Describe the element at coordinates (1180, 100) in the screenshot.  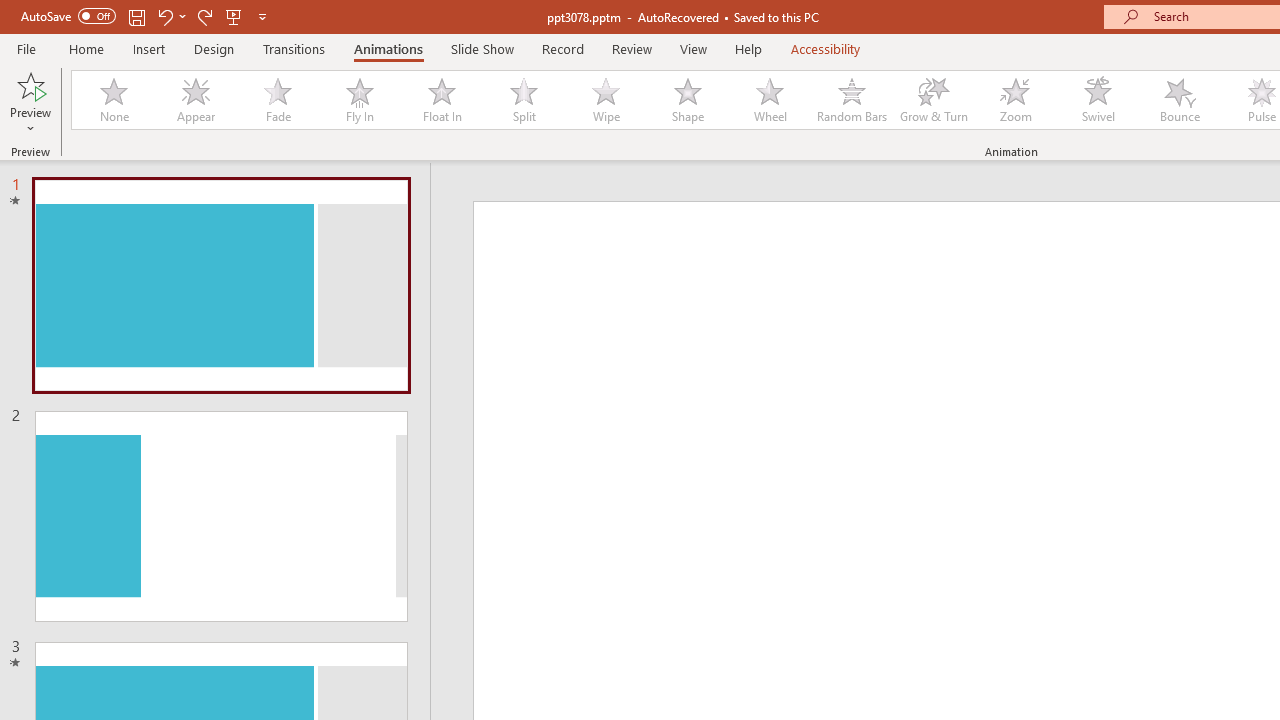
I see `'Bounce'` at that location.